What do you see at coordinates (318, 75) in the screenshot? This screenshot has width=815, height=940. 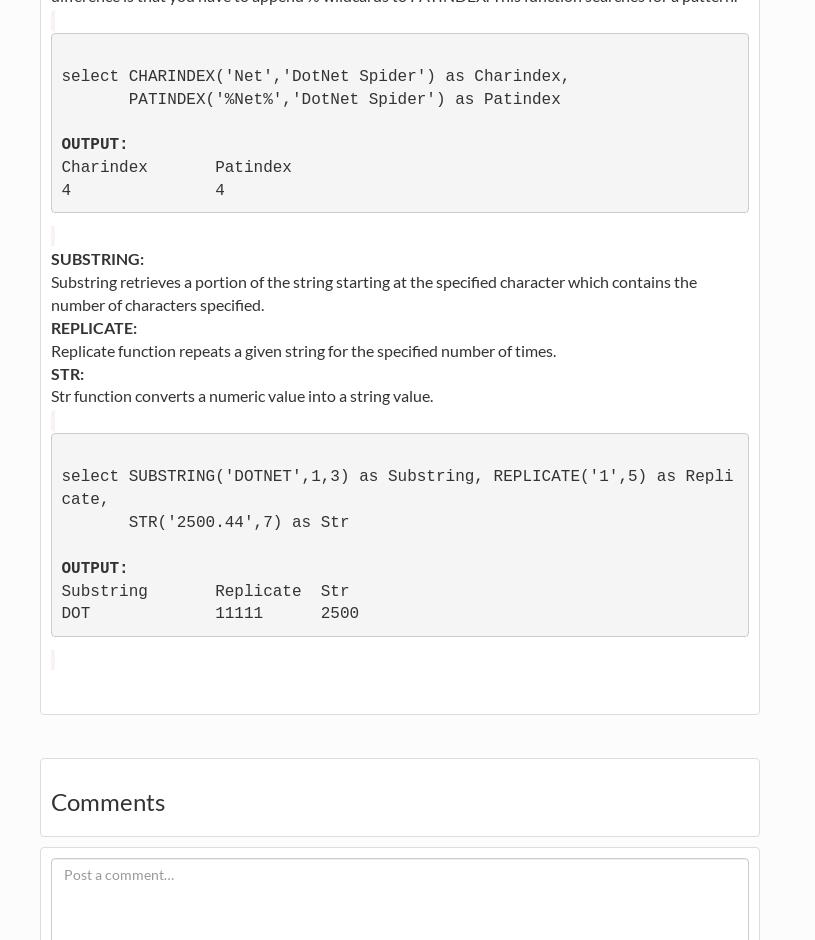 I see `'select CHARINDEX('Net','DotNet Spider') as Charindex,'` at bounding box center [318, 75].